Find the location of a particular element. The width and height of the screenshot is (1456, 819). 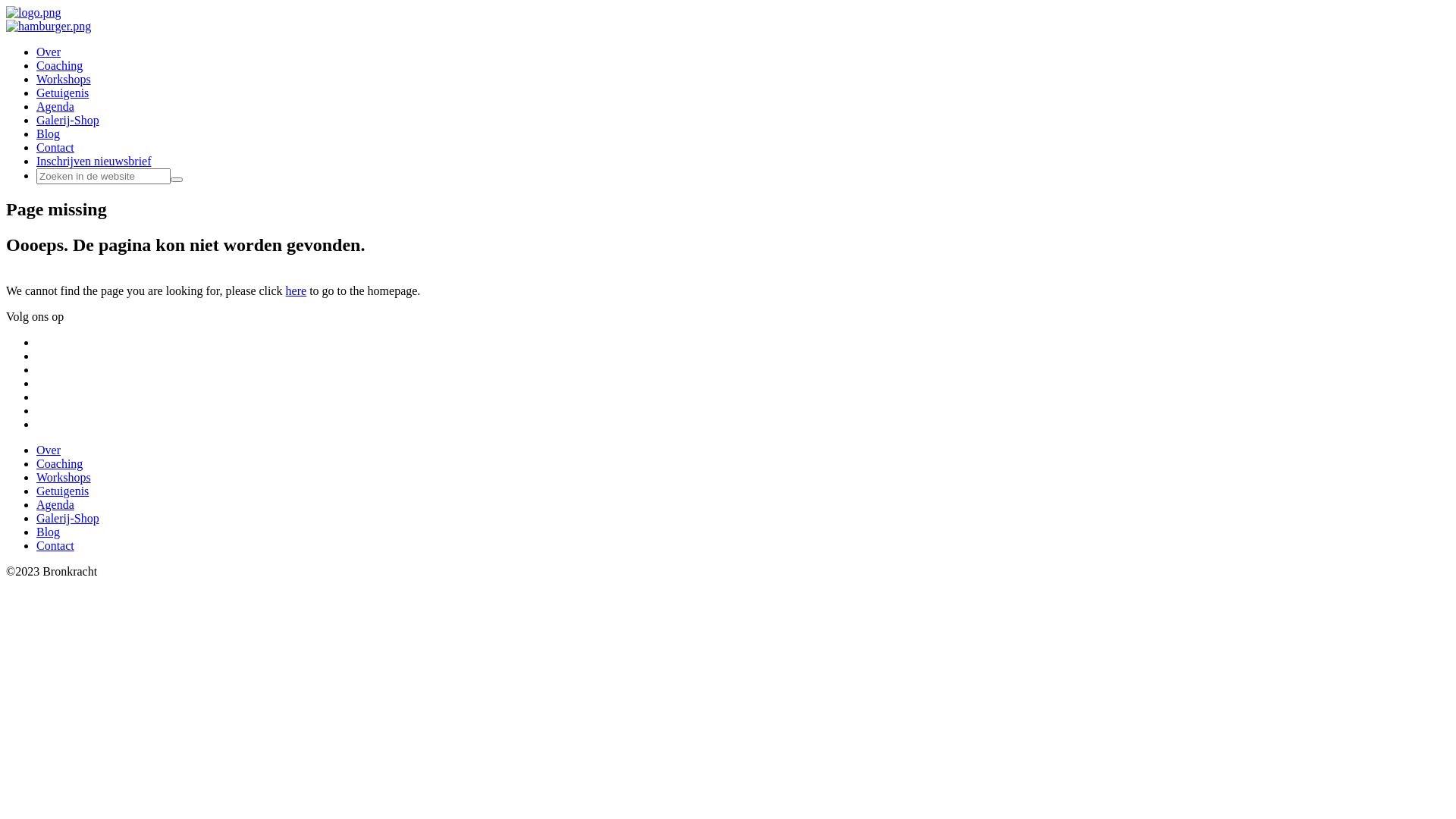

'Getuigenis' is located at coordinates (61, 491).